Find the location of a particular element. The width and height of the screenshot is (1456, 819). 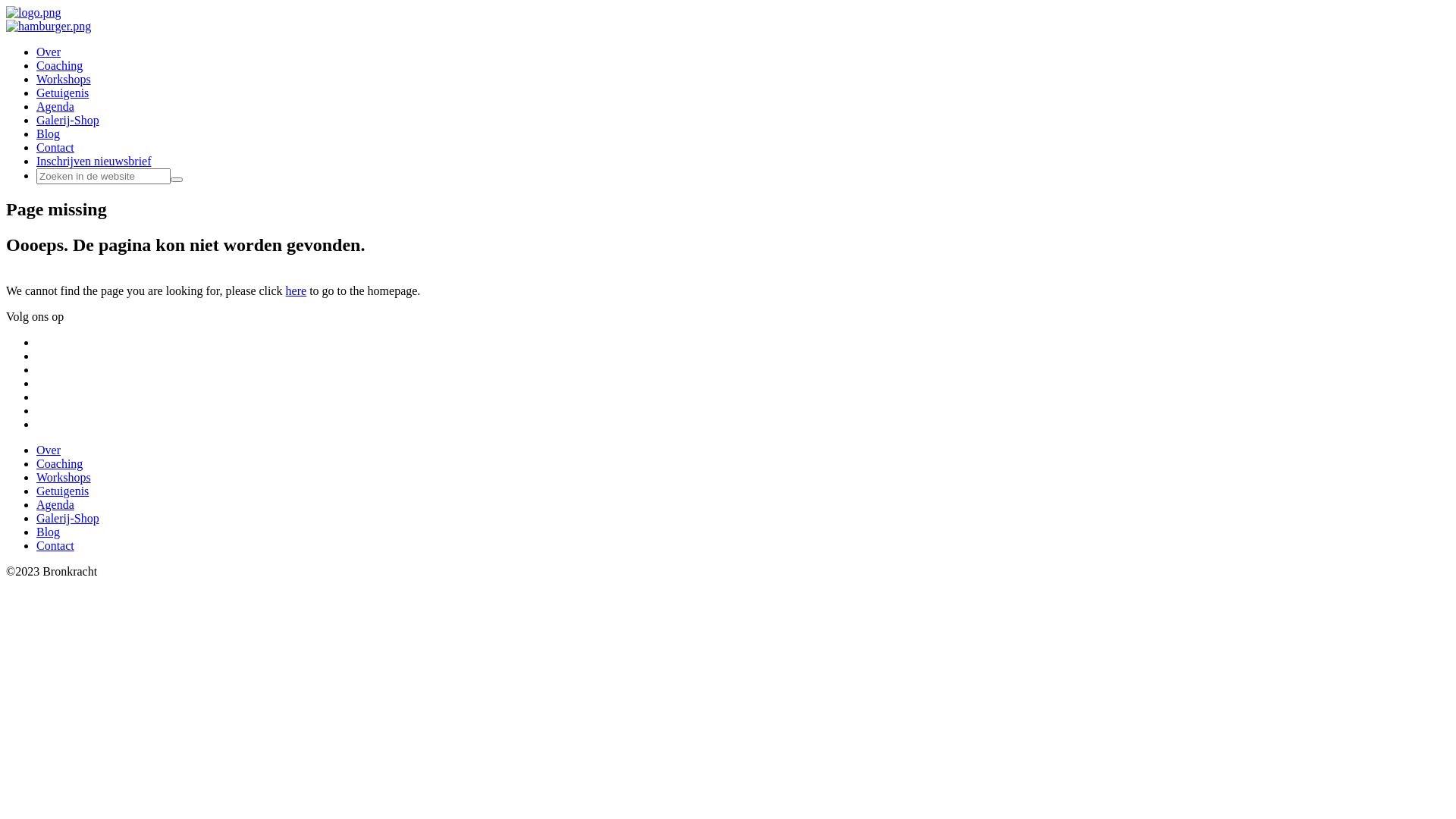

'Getuigenis' is located at coordinates (61, 491).